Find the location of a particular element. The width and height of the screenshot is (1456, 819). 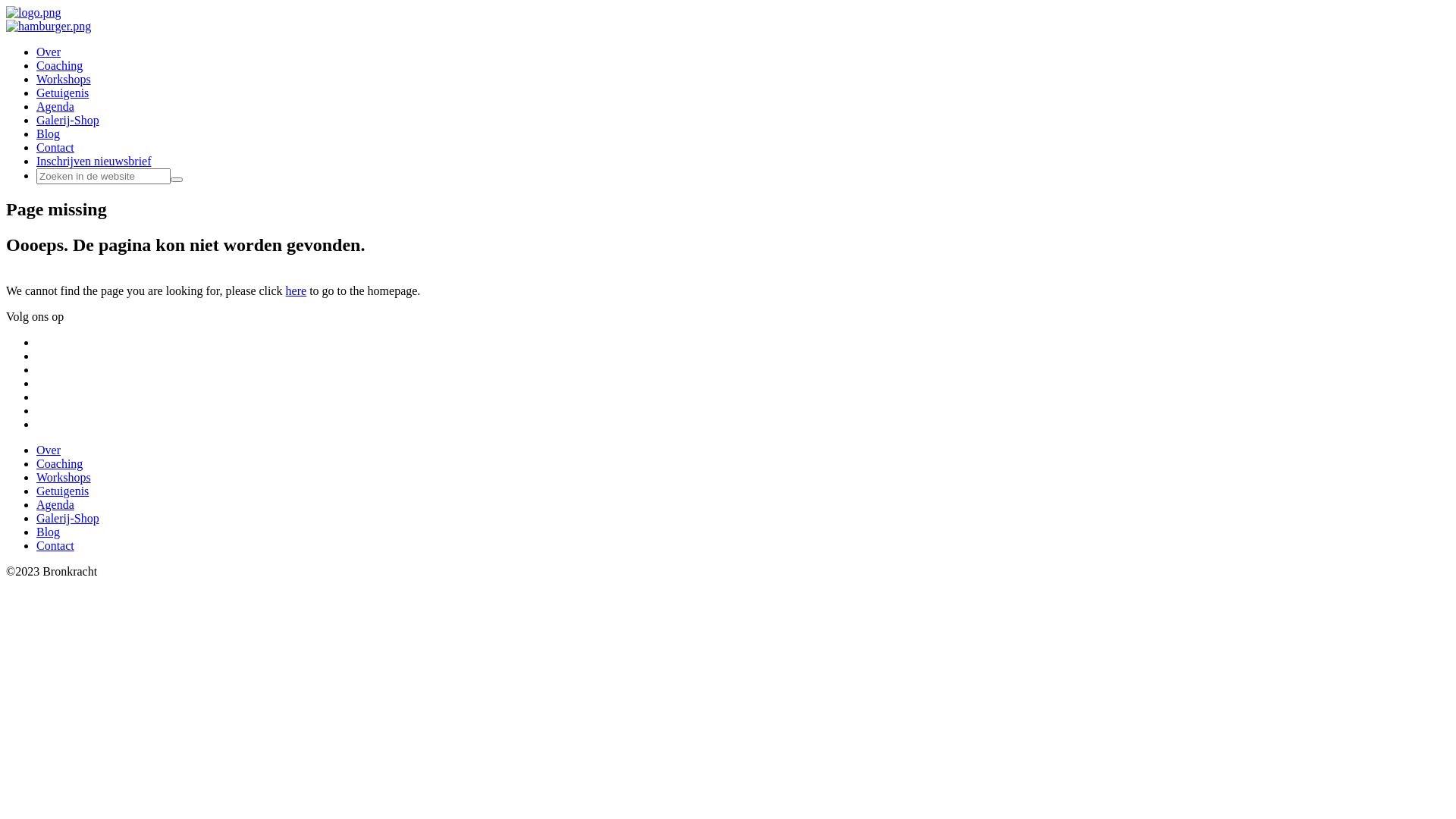

'Getuigenis' is located at coordinates (61, 491).